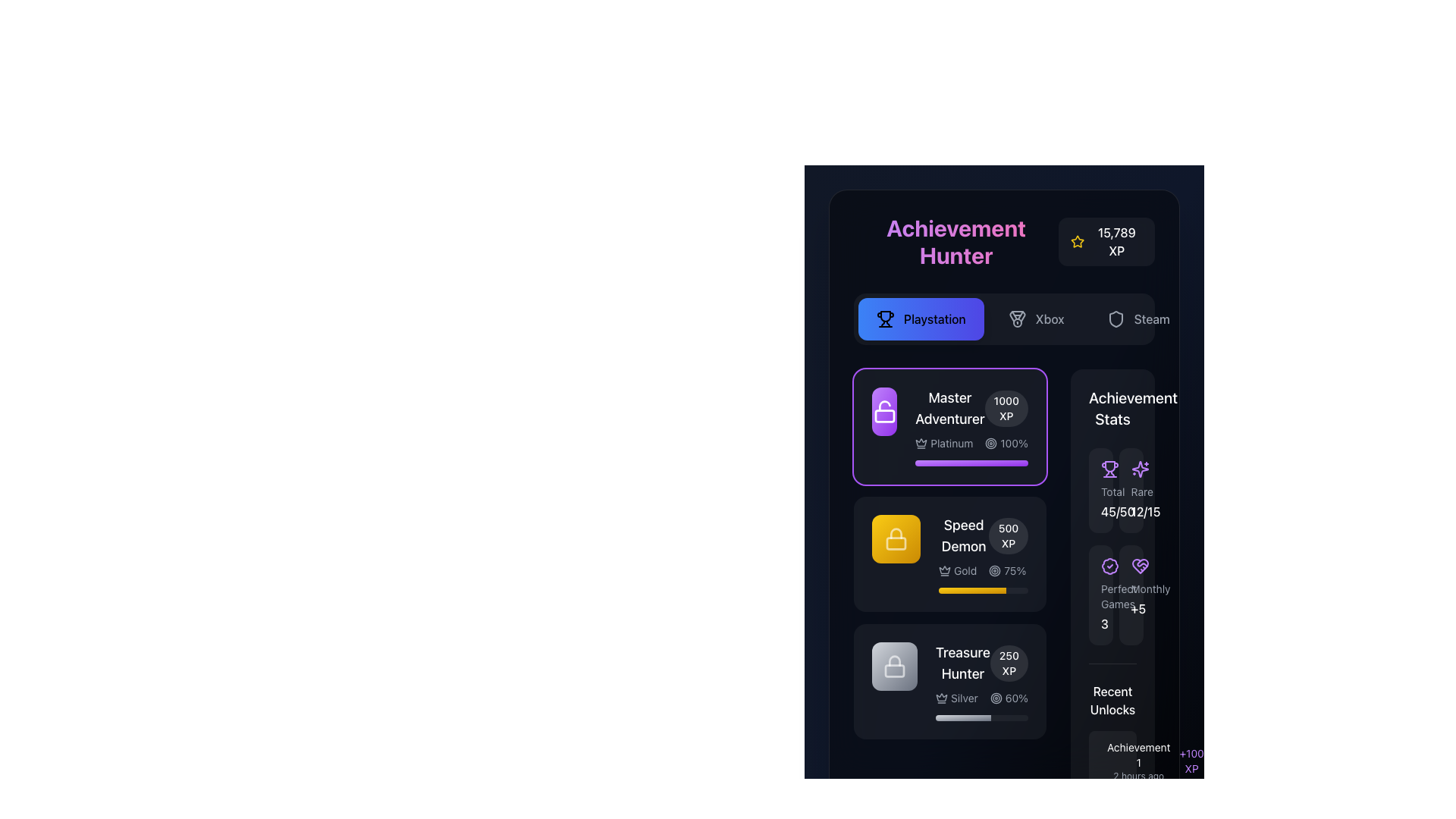 This screenshot has width=1456, height=819. I want to click on the inactive text label indicating the 'xbox' option in the horizontal menu bar, which is the third item, located slightly right of center and flanked by 'Playstation' and 'Steam', so click(1049, 318).